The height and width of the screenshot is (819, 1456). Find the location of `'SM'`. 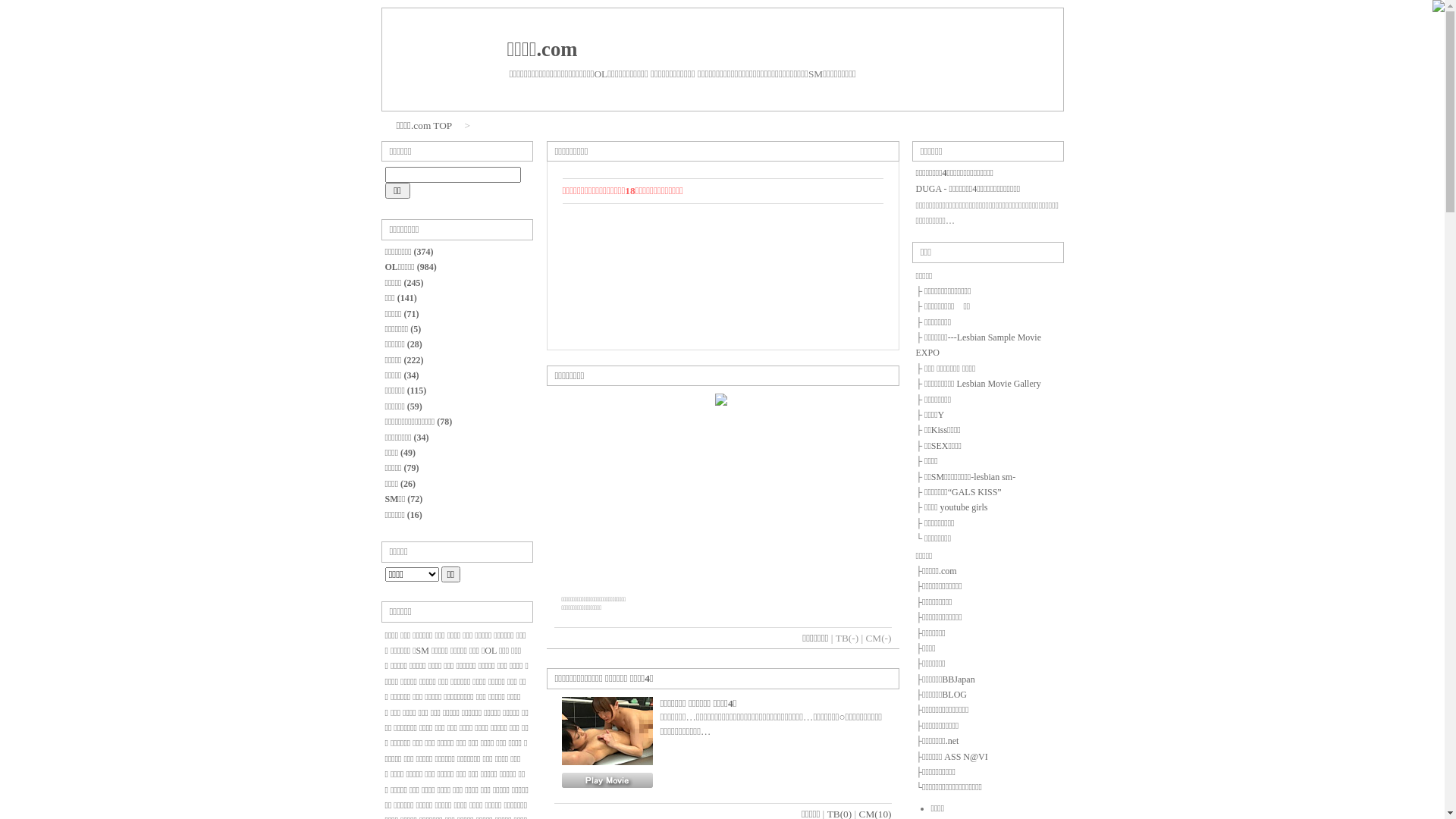

'SM' is located at coordinates (422, 649).